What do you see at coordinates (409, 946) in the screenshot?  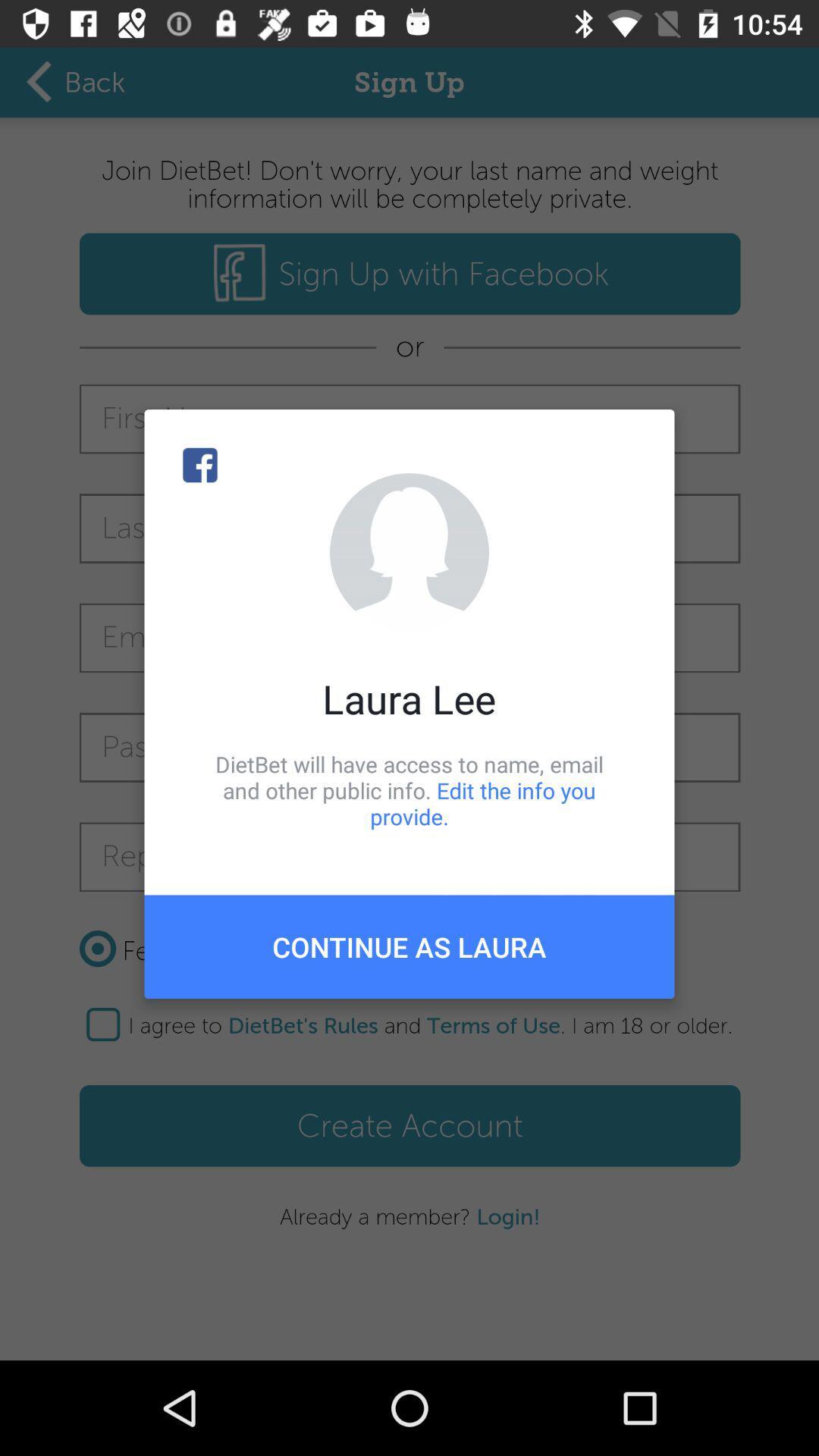 I see `the continue as laura` at bounding box center [409, 946].